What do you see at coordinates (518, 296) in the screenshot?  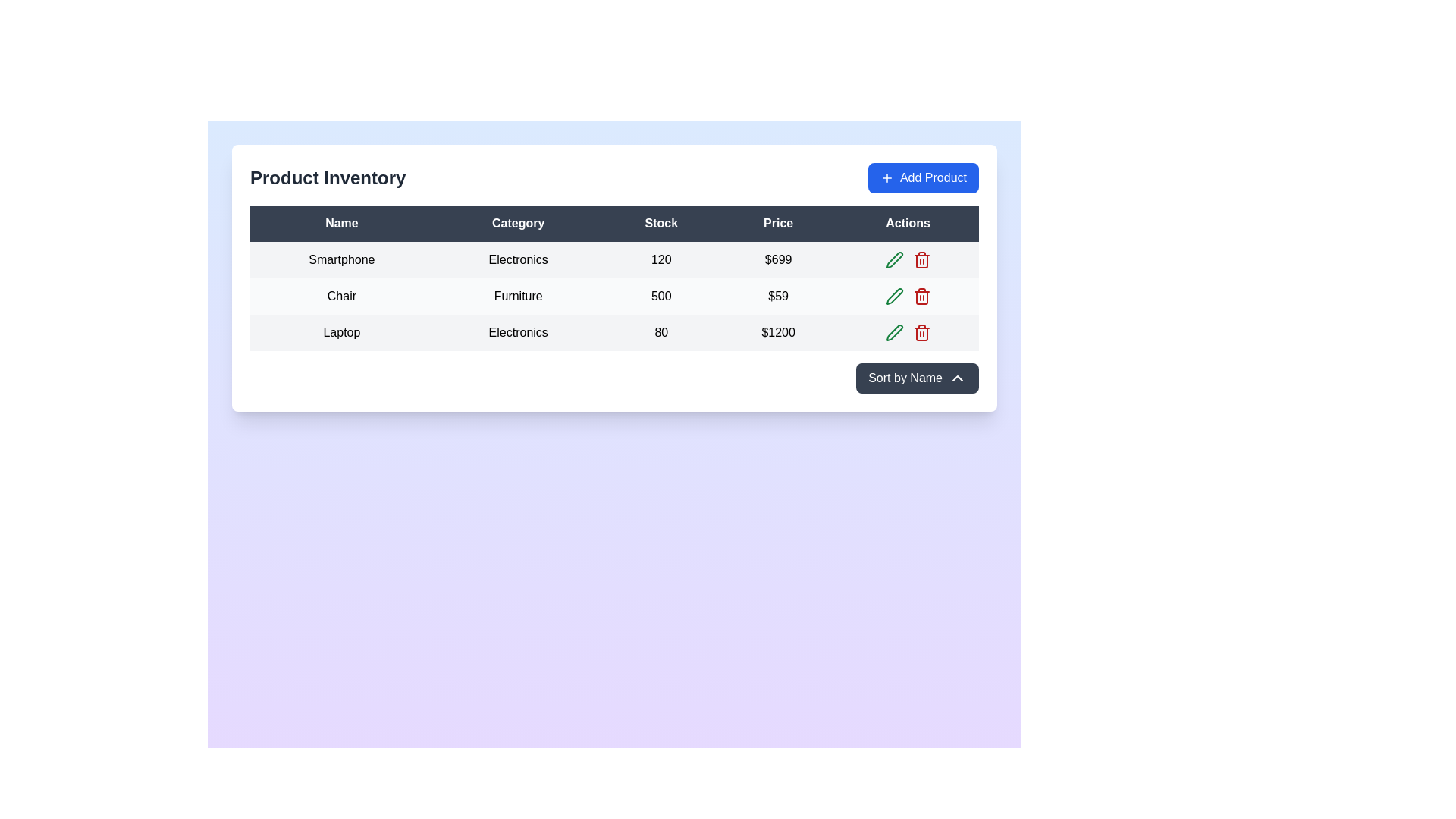 I see `the static text indicating the category of the item in the second row of the 'Product Inventory' table under the 'Category' column` at bounding box center [518, 296].